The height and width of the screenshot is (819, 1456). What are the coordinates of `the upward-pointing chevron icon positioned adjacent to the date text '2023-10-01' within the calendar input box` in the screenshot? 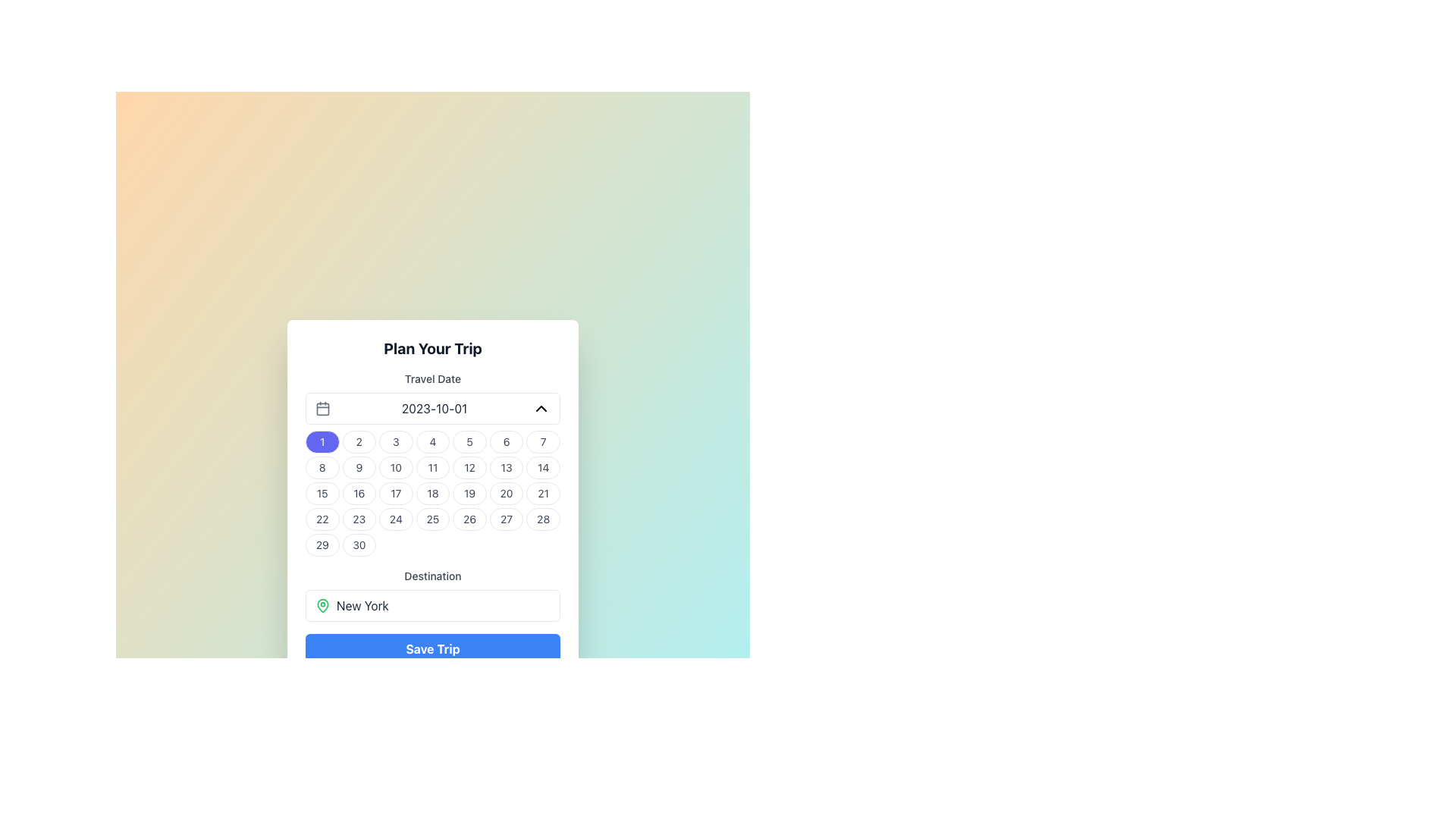 It's located at (541, 408).